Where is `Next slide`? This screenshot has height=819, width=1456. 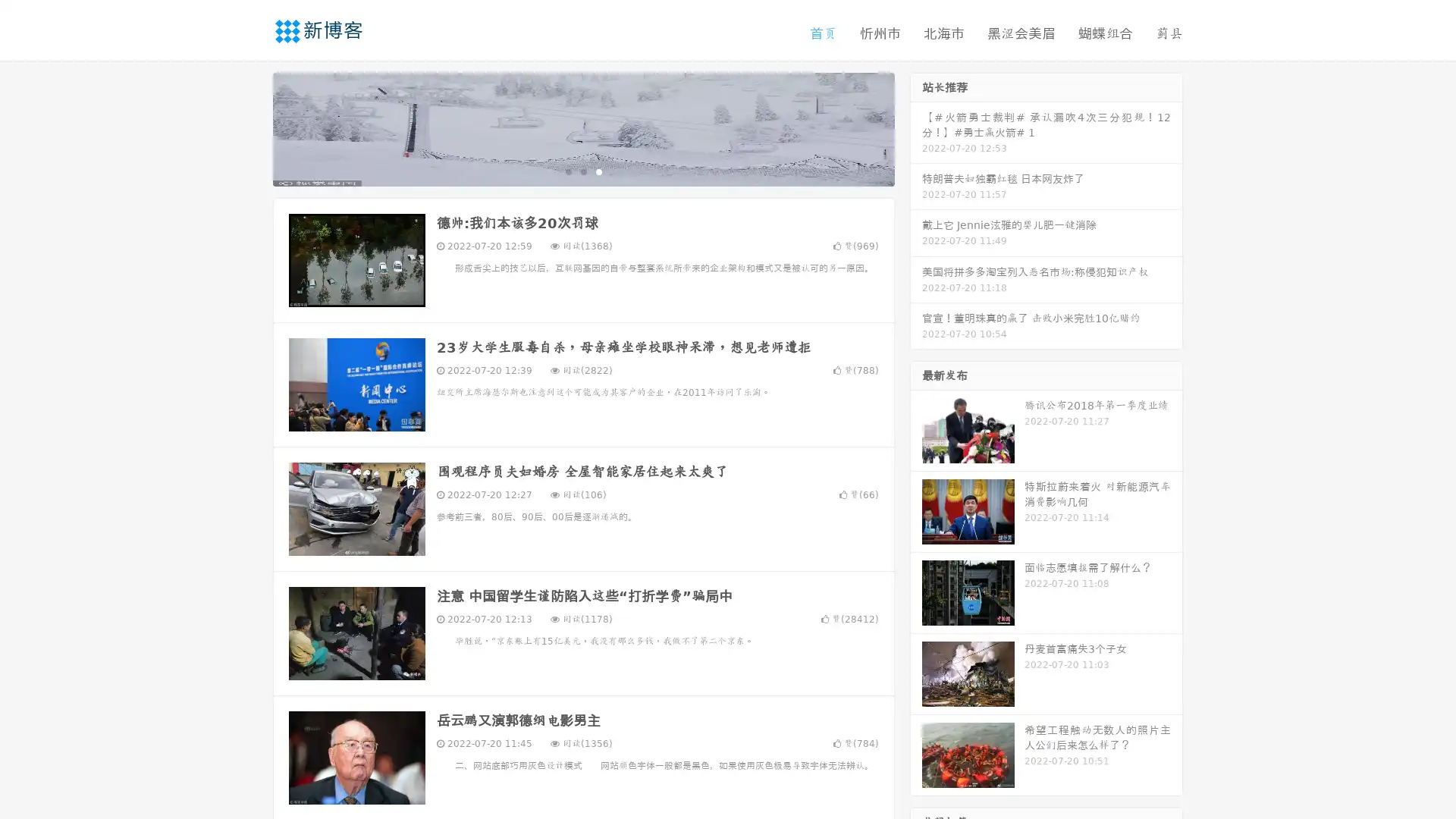
Next slide is located at coordinates (916, 127).